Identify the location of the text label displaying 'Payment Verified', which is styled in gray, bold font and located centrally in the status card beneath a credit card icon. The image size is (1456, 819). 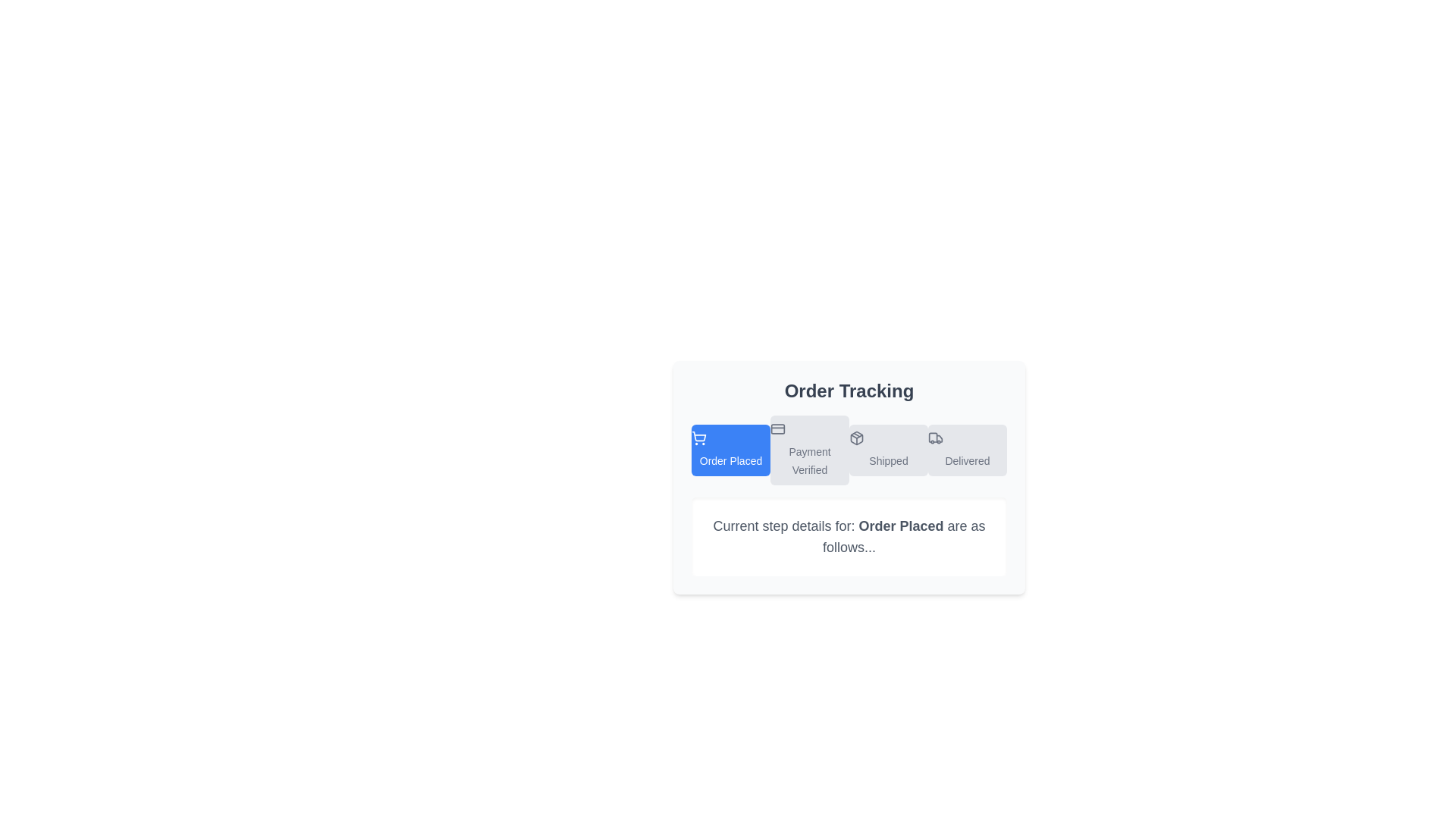
(809, 460).